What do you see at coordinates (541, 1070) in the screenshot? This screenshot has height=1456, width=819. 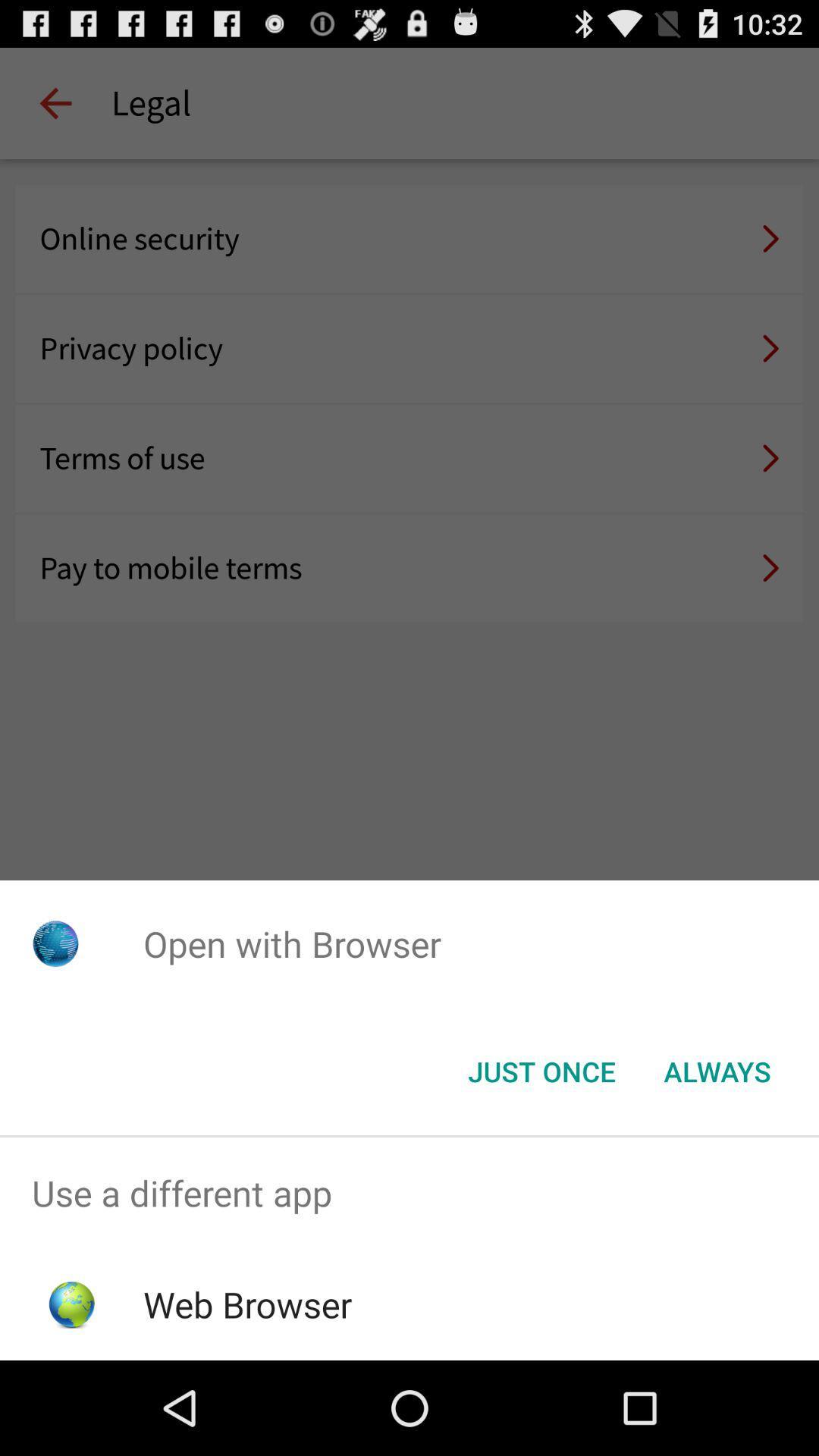 I see `just once icon` at bounding box center [541, 1070].